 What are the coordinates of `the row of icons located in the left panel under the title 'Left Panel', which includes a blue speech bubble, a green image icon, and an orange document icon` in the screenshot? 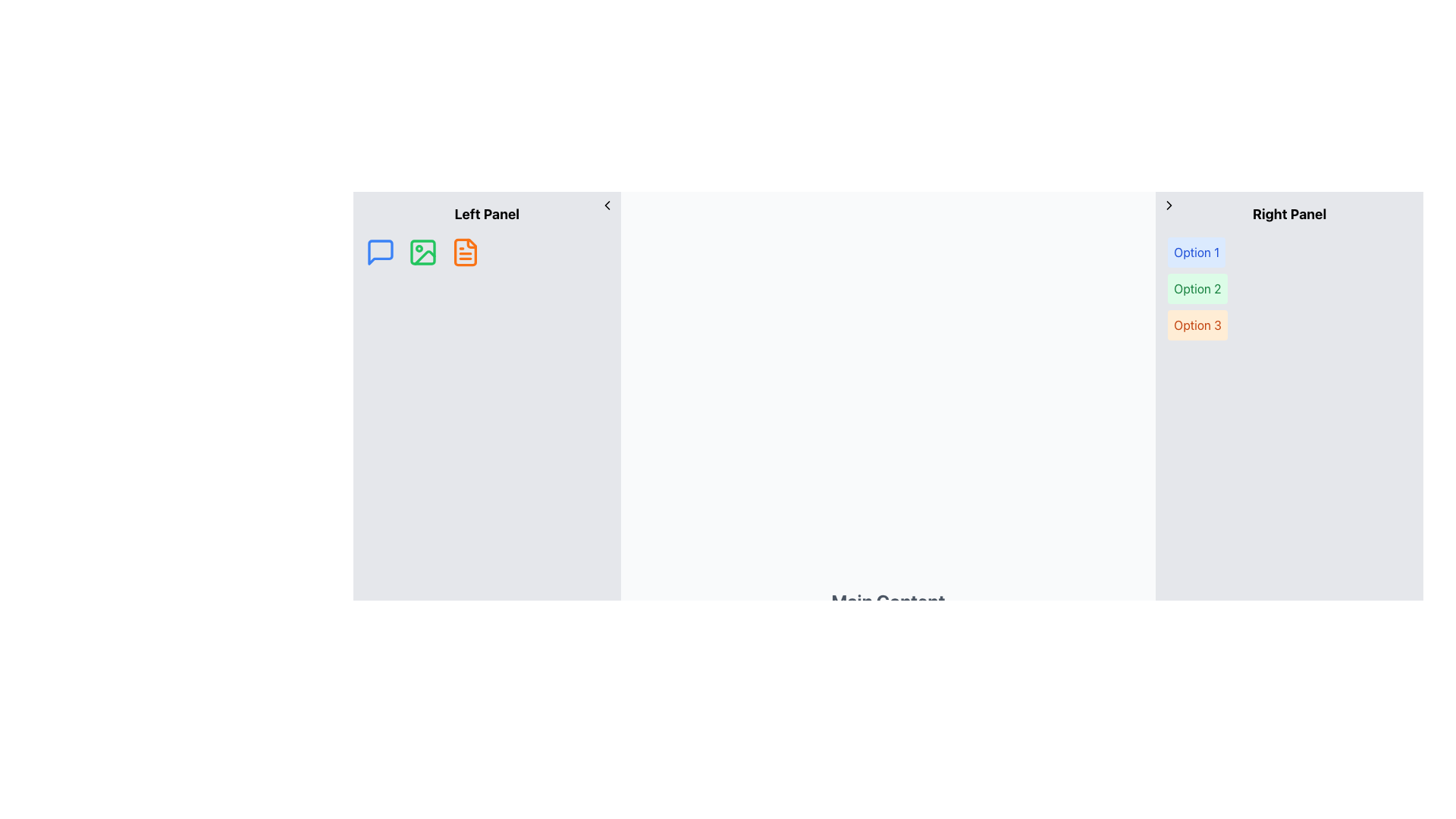 It's located at (487, 251).